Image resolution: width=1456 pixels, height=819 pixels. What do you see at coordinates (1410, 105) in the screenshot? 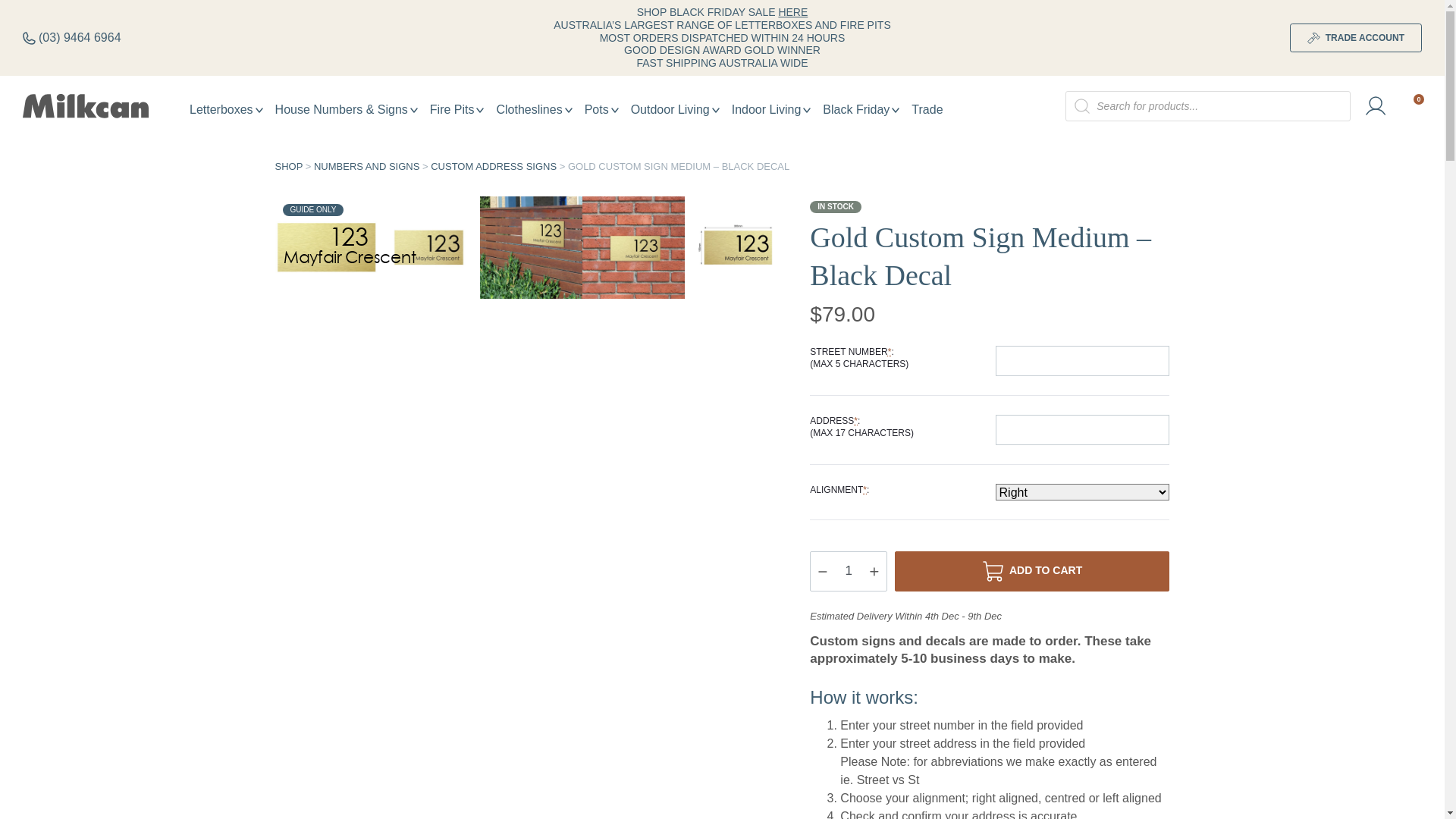
I see `'0'` at bounding box center [1410, 105].